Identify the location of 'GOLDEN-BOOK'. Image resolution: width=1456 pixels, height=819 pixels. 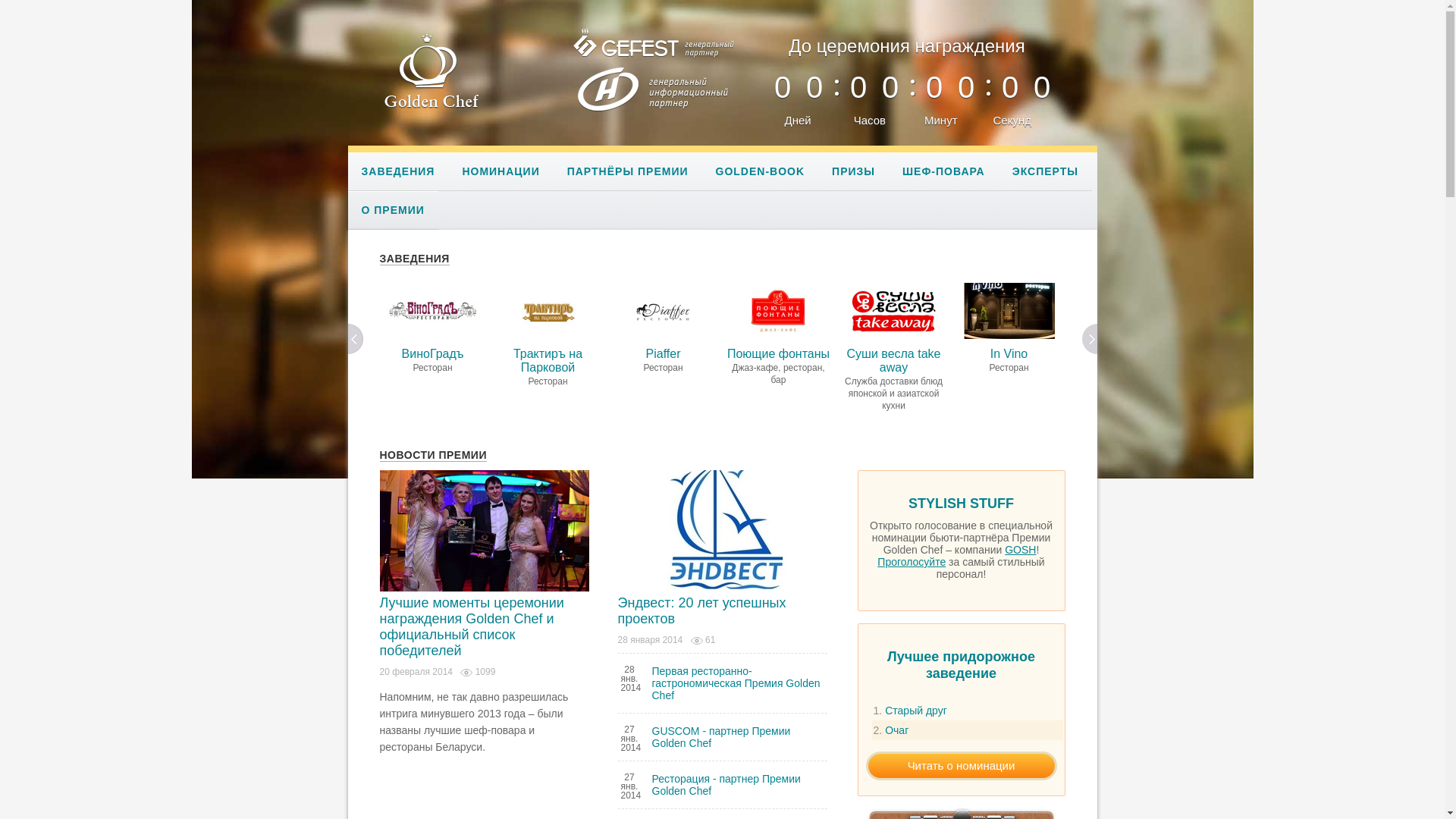
(701, 171).